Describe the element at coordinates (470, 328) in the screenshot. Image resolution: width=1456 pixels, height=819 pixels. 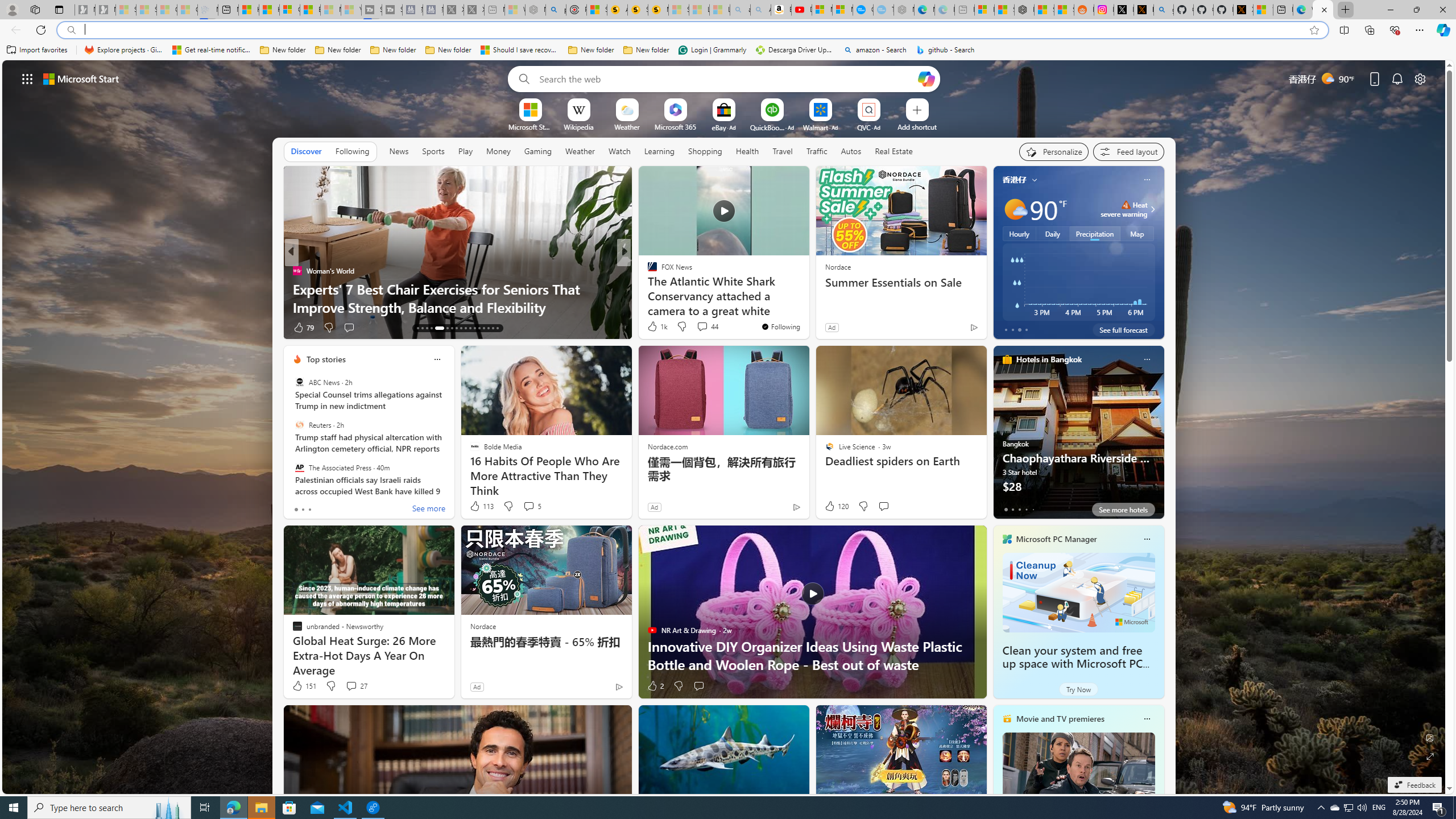
I see `'AutomationID: tab-23'` at that location.